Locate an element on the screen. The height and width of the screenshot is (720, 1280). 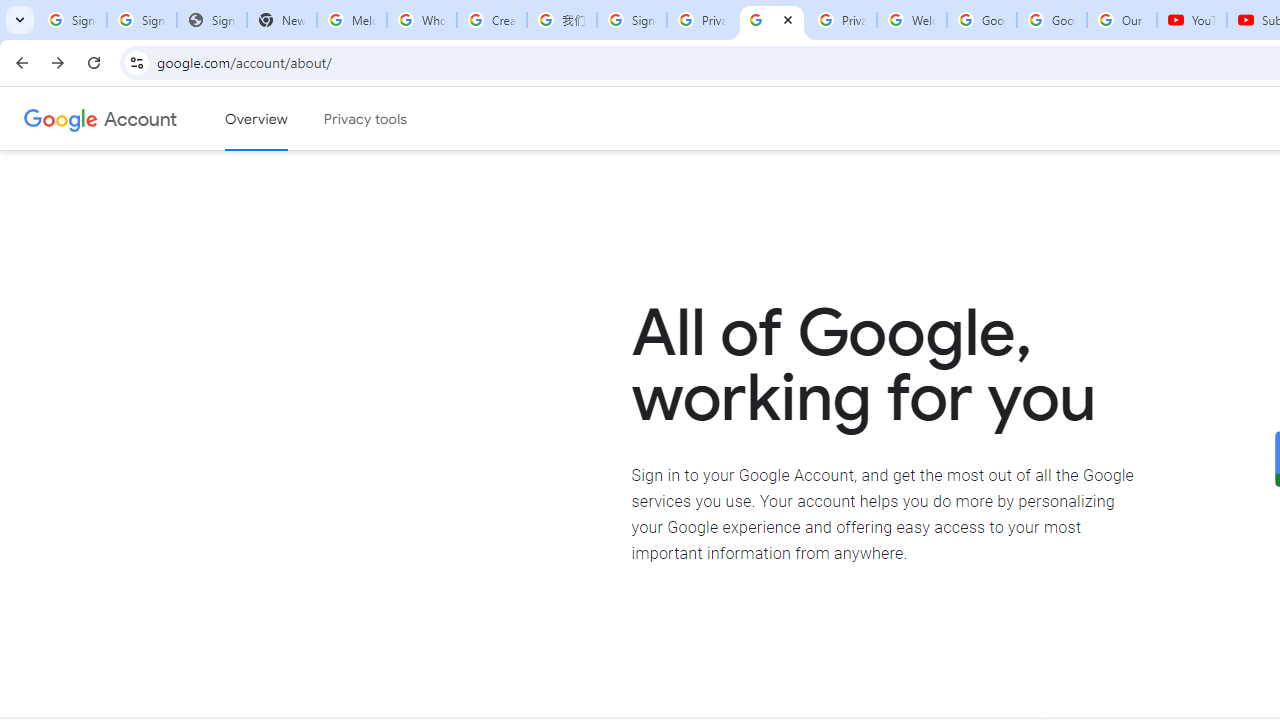
'Privacy tools' is located at coordinates (366, 119).